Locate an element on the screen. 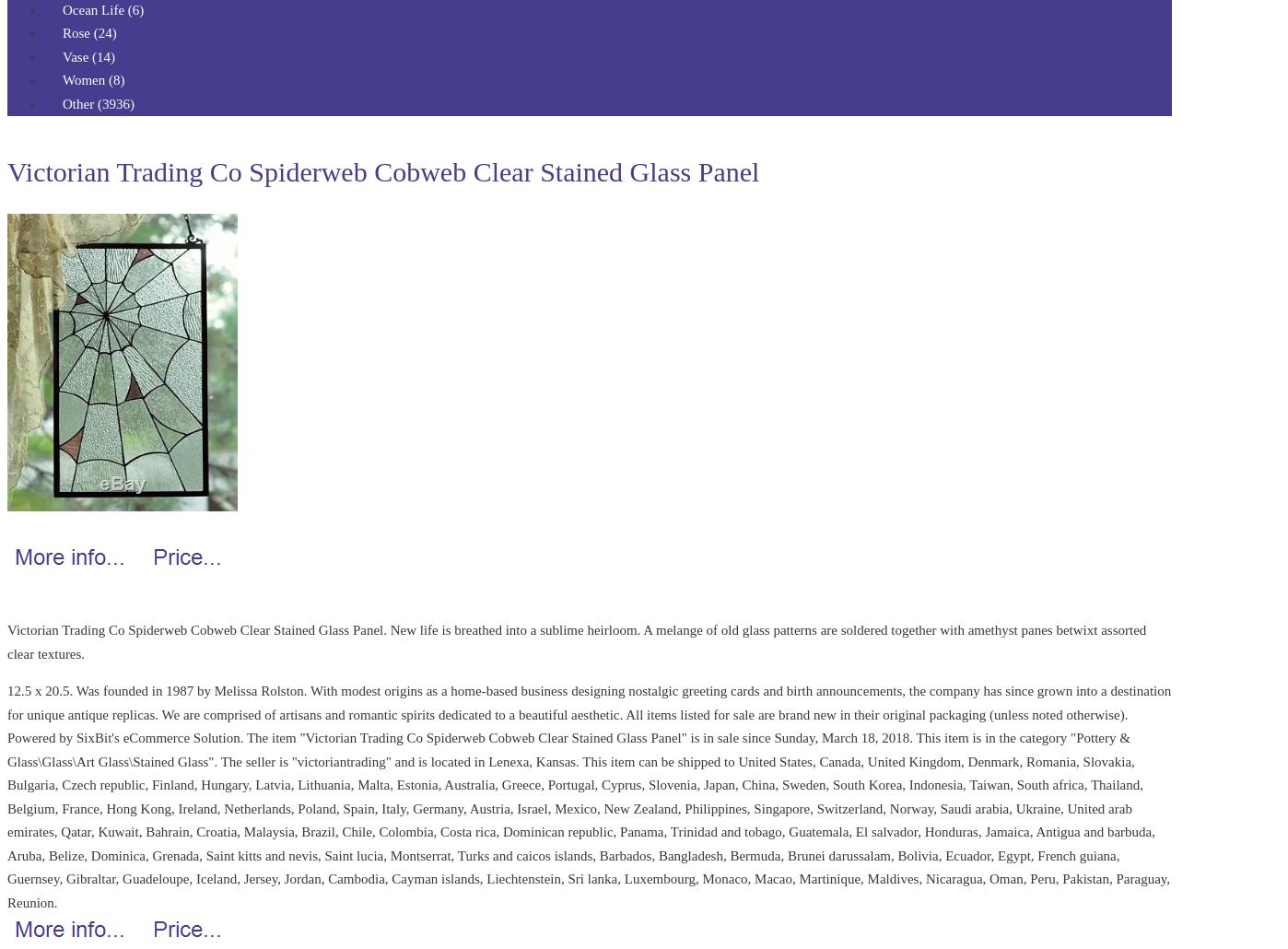 The height and width of the screenshot is (949, 1288). 'Victorian Trading Co Spiderweb Cobweb Clear Stained Glass Panel. New life is breathed into a sublime heirloom. A melange of old glass patterns are soldered together with amethyst panes betwixt assorted clear textures.' is located at coordinates (6, 641).